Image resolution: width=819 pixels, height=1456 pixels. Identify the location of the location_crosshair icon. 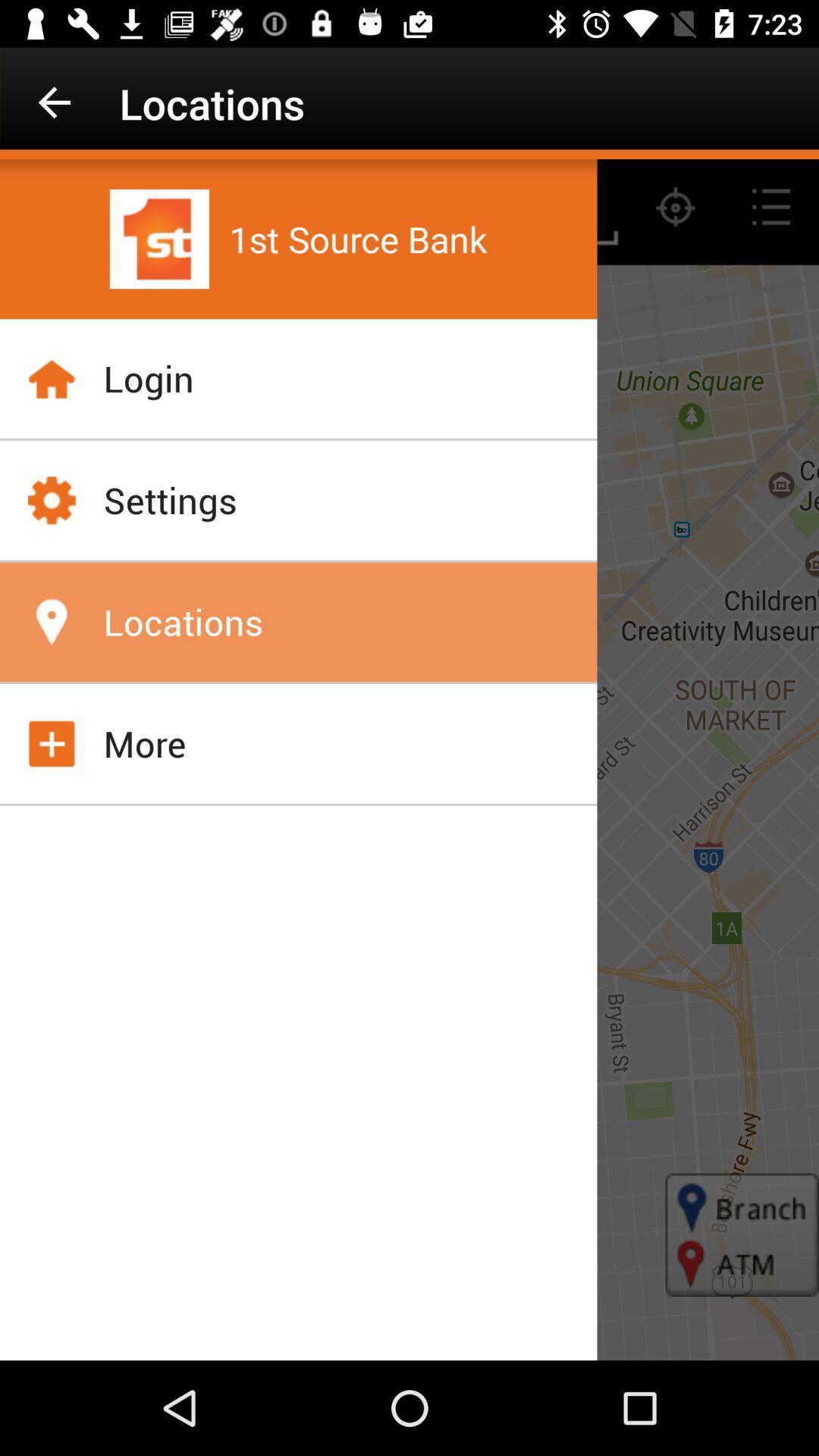
(675, 206).